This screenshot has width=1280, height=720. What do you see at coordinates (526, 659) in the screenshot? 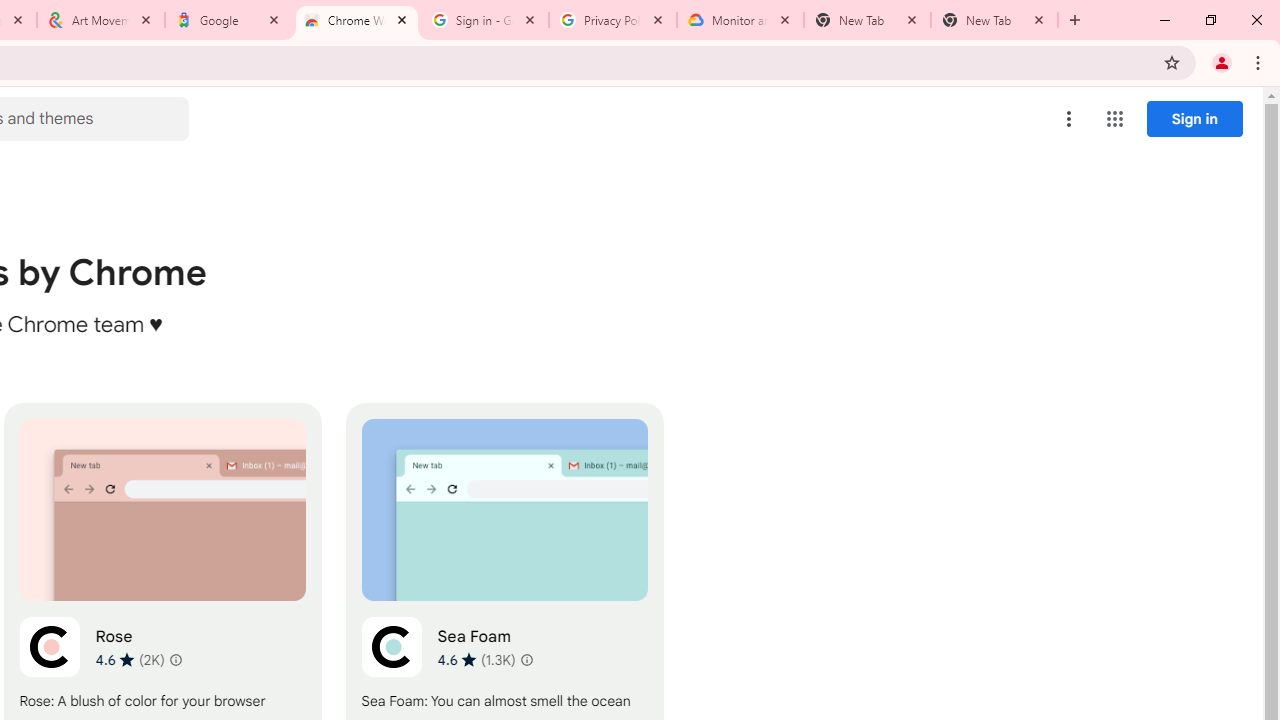
I see `'Learn more about results and reviews "Sea Foam"'` at bounding box center [526, 659].